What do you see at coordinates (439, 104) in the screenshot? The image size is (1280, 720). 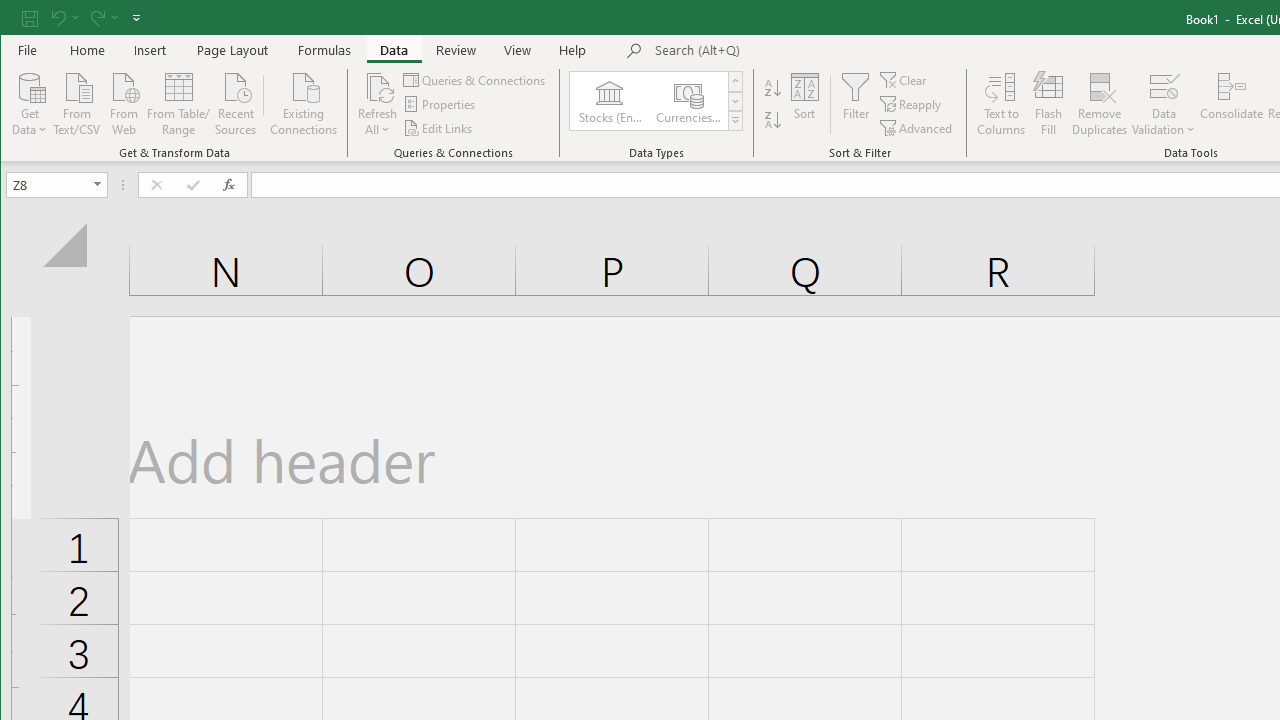 I see `'Properties'` at bounding box center [439, 104].